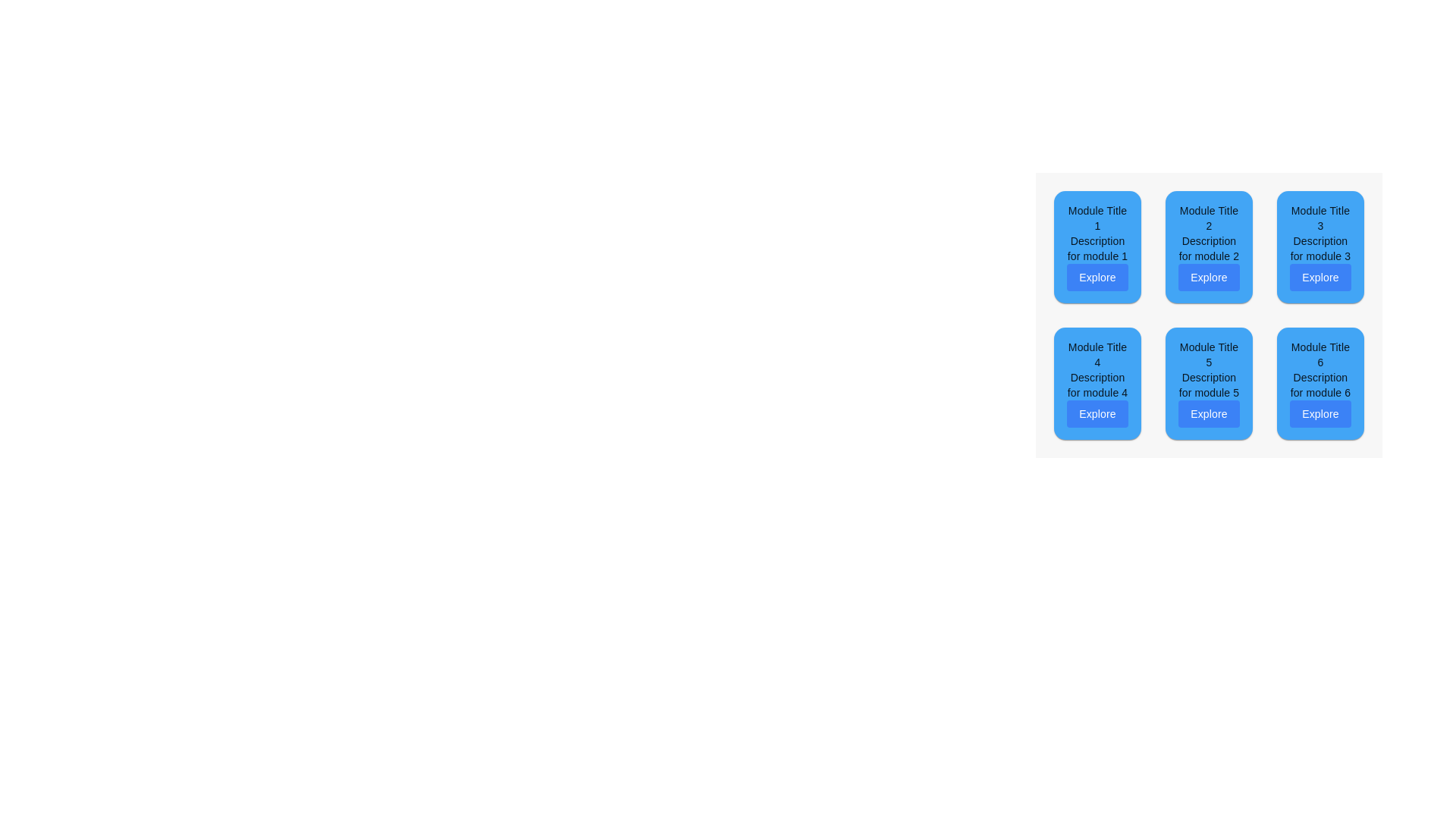  I want to click on the 'Explore' button on the blue card component titled 'Module Title 6', located in the bottom-right corner of the grid layout, so click(1307, 372).